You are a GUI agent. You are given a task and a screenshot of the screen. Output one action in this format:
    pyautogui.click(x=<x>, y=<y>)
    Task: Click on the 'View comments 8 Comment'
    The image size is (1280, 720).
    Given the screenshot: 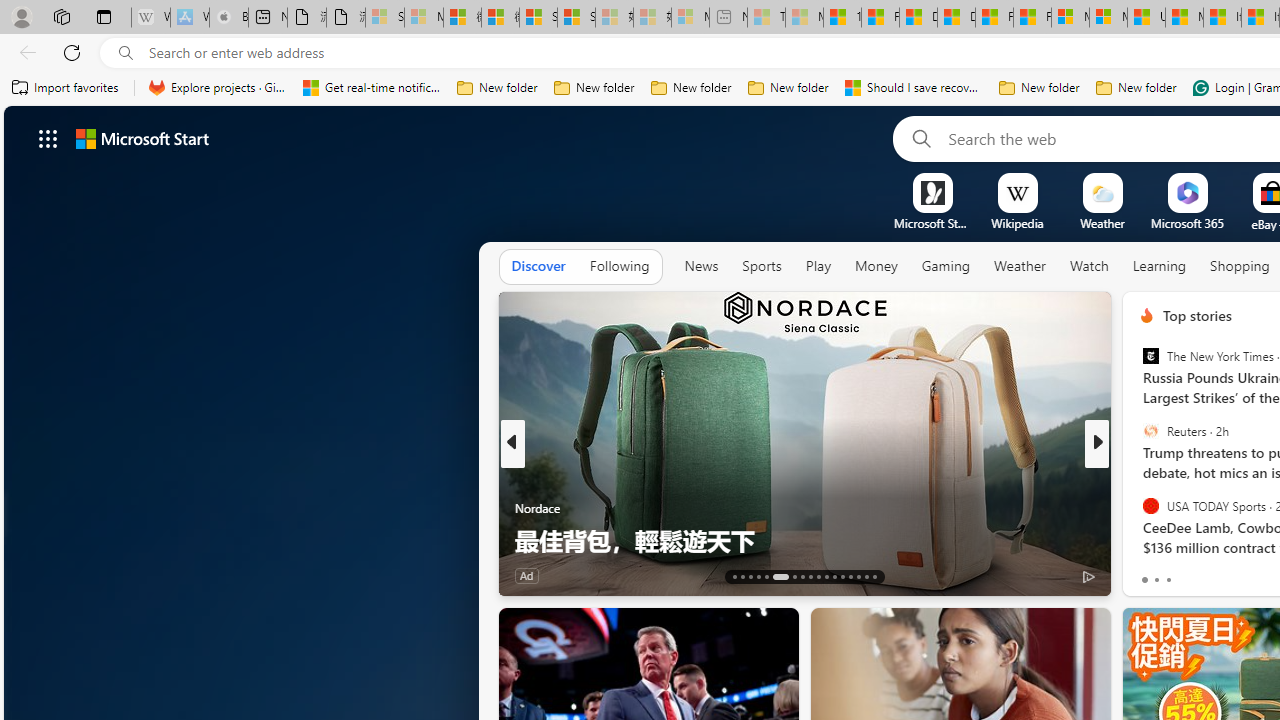 What is the action you would take?
    pyautogui.click(x=1234, y=575)
    